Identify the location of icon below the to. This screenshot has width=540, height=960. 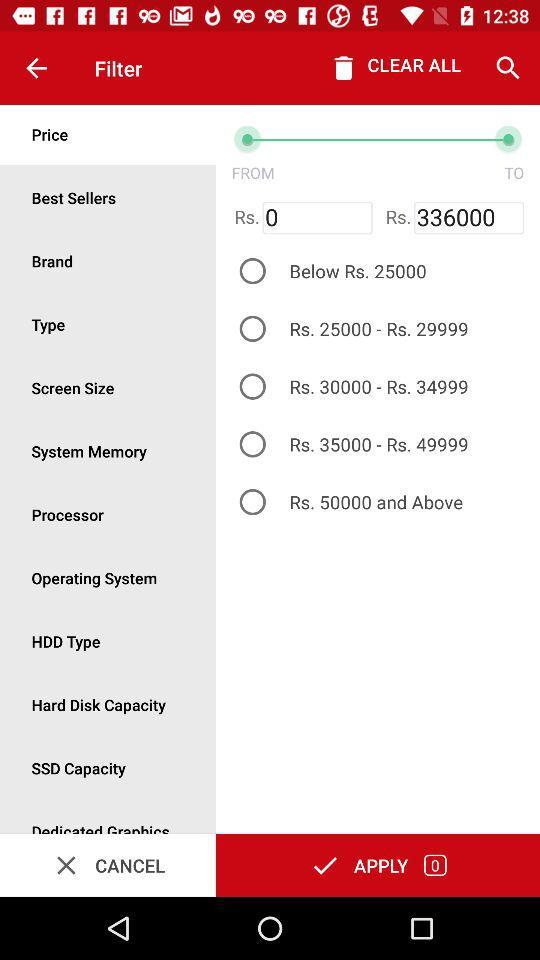
(469, 218).